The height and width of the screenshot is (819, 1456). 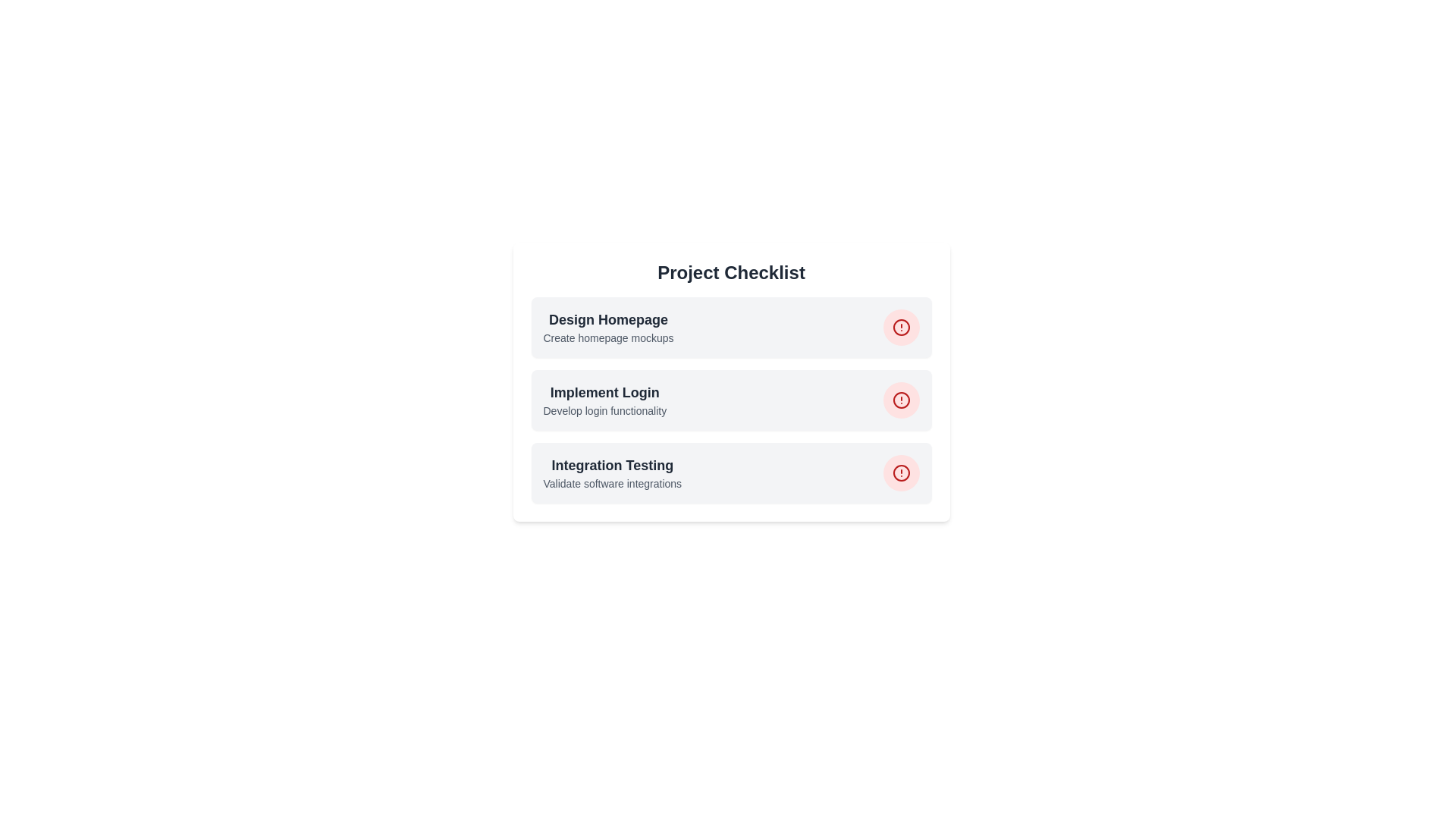 I want to click on descriptive Text label located immediately below the 'Design Homepage' heading in the project-related items list, so click(x=608, y=337).